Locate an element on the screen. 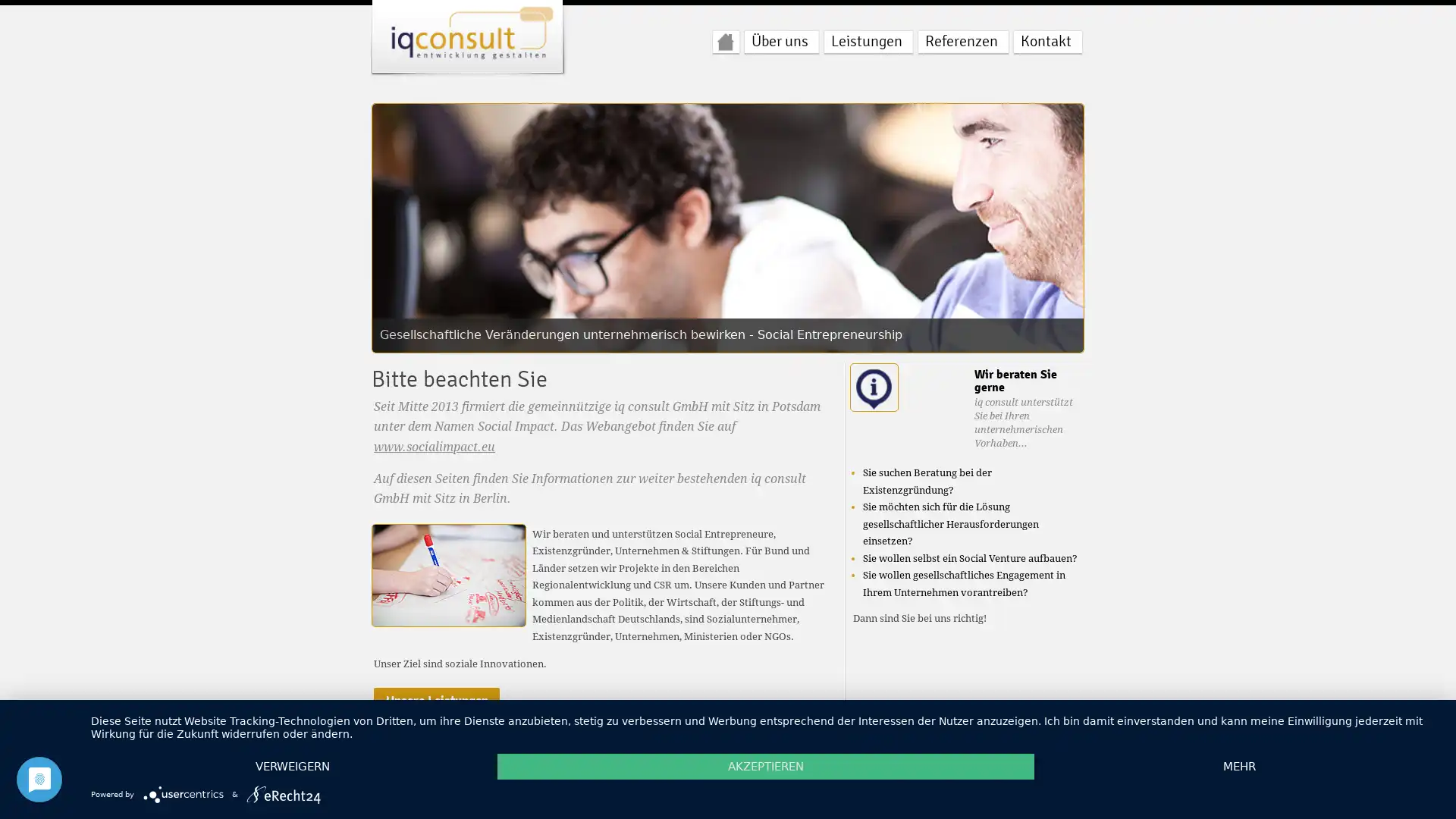 The width and height of the screenshot is (1456, 819). MEHR is located at coordinates (1238, 766).